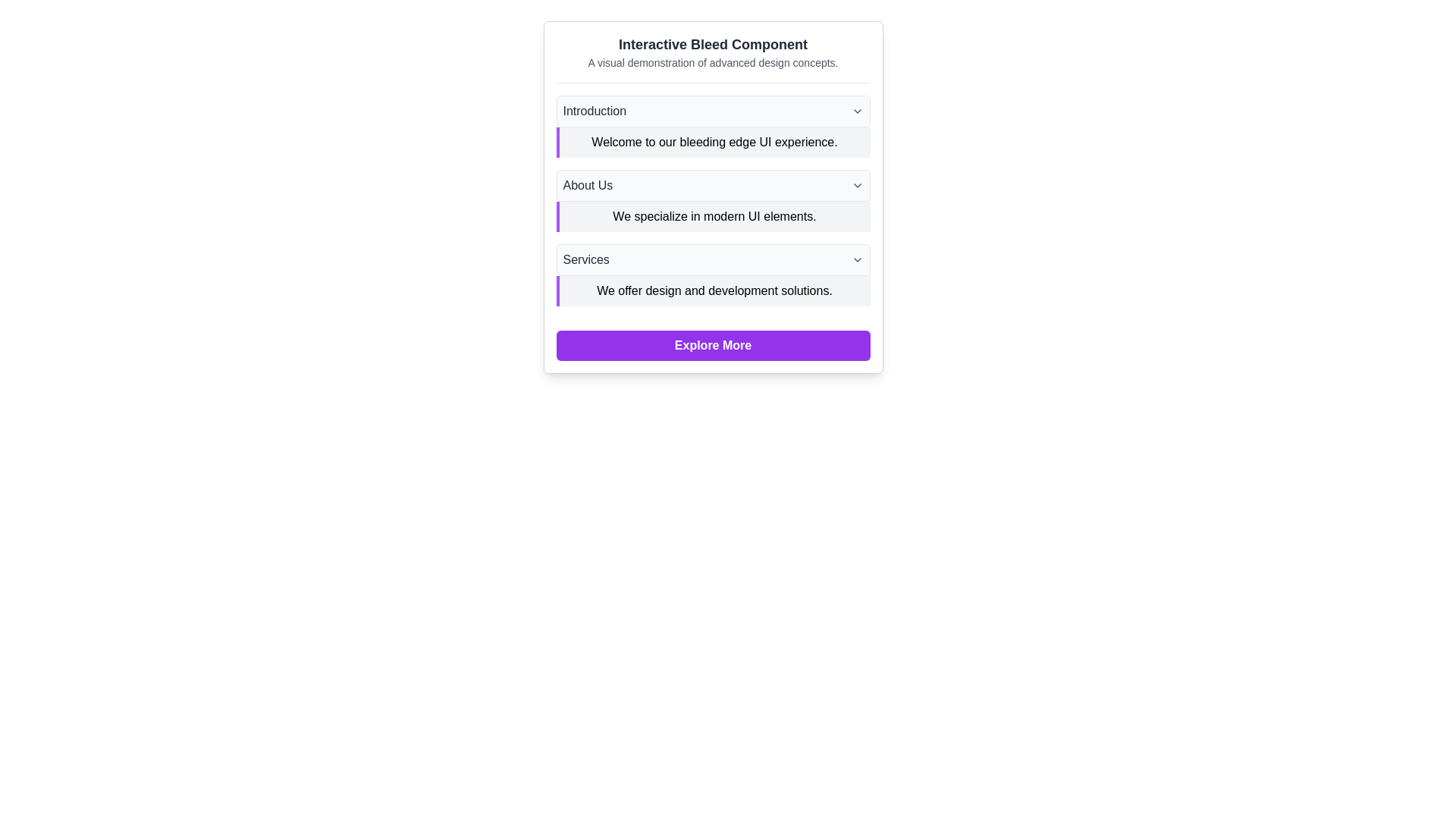 Image resolution: width=1456 pixels, height=819 pixels. Describe the element at coordinates (712, 200) in the screenshot. I see `the 'About Us' entry in the collapsible list under the 'Interactive Bleed Component'` at that location.